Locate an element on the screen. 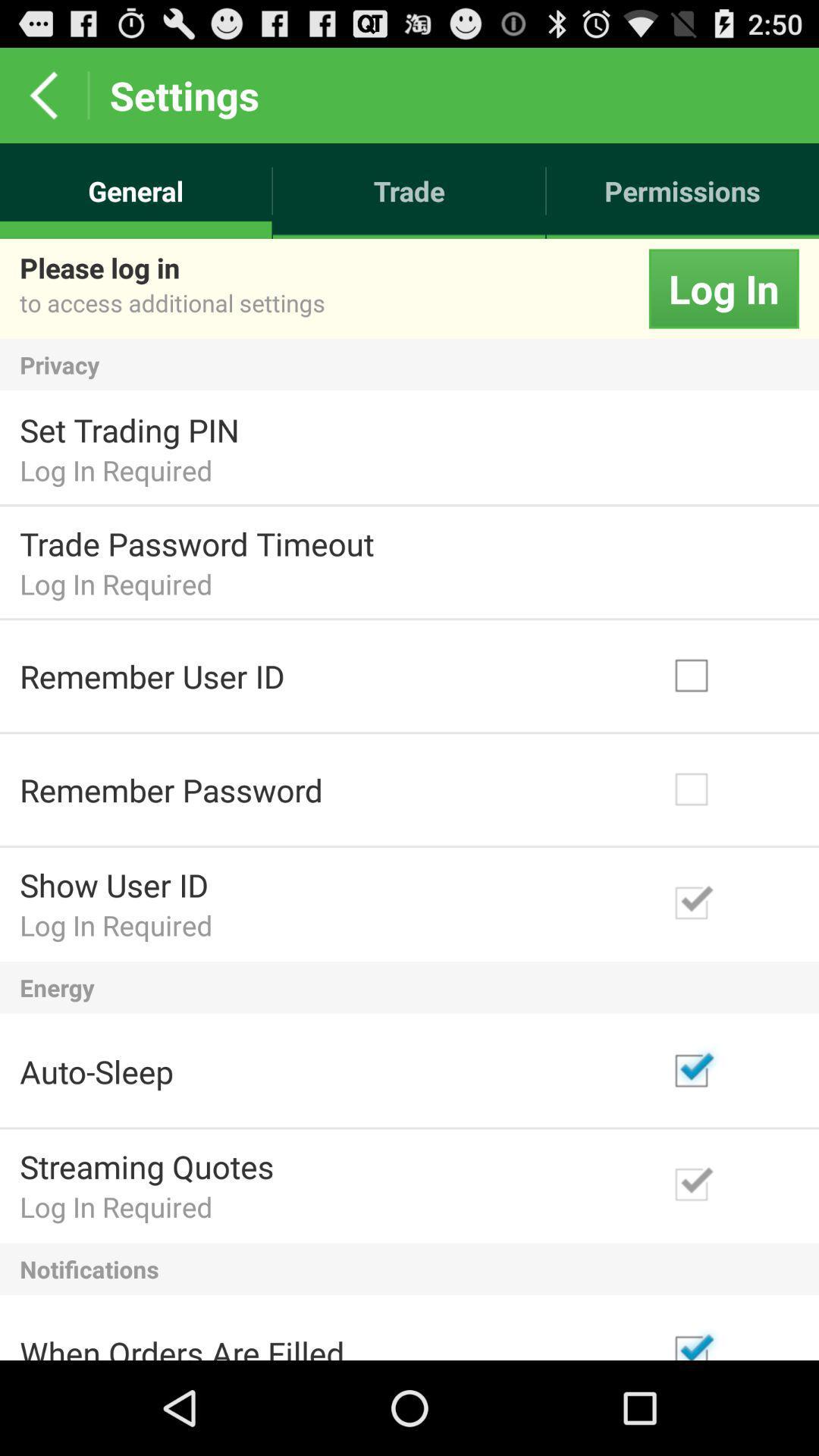  permissions is located at coordinates (682, 190).